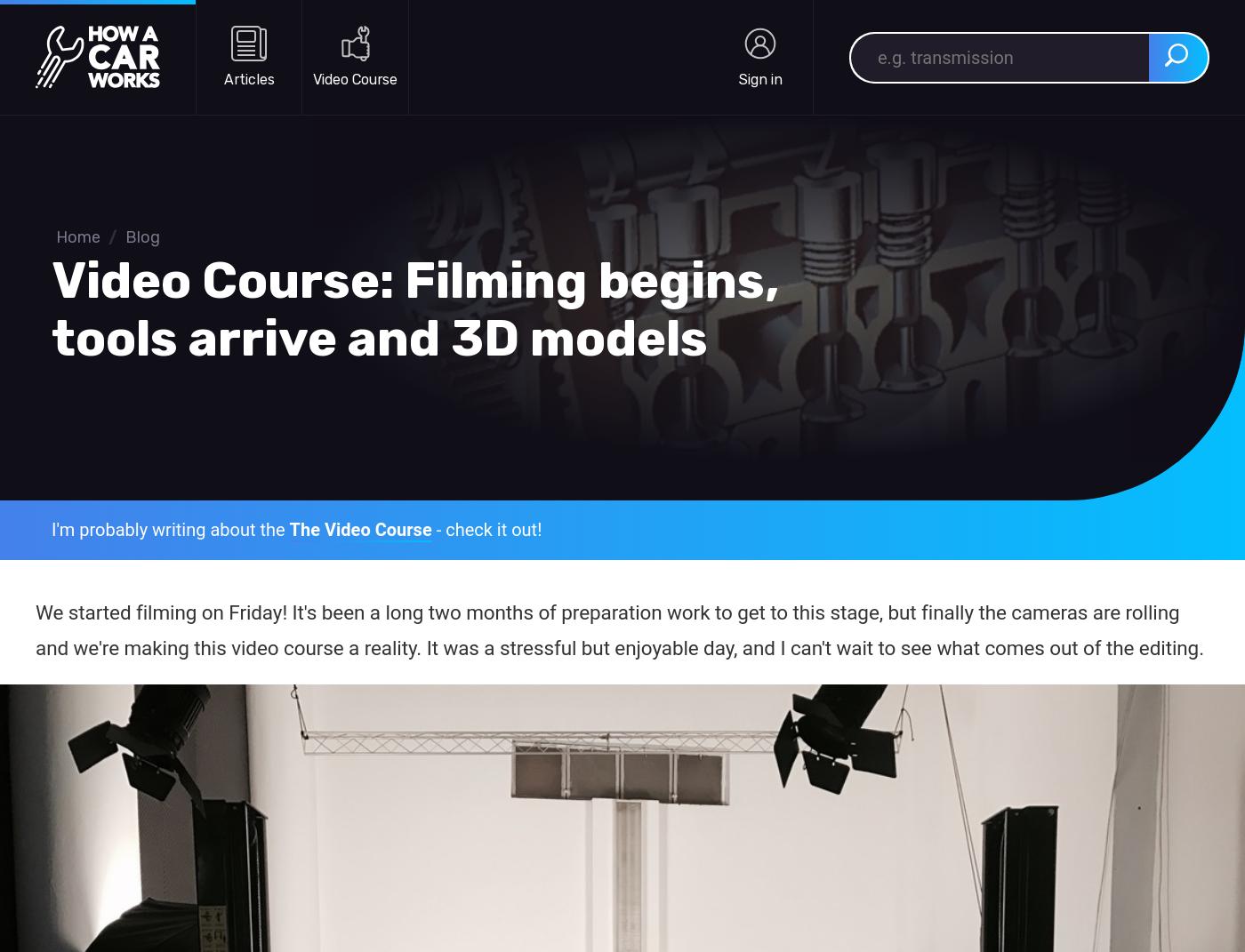  What do you see at coordinates (360, 530) in the screenshot?
I see `'The Video Course'` at bounding box center [360, 530].